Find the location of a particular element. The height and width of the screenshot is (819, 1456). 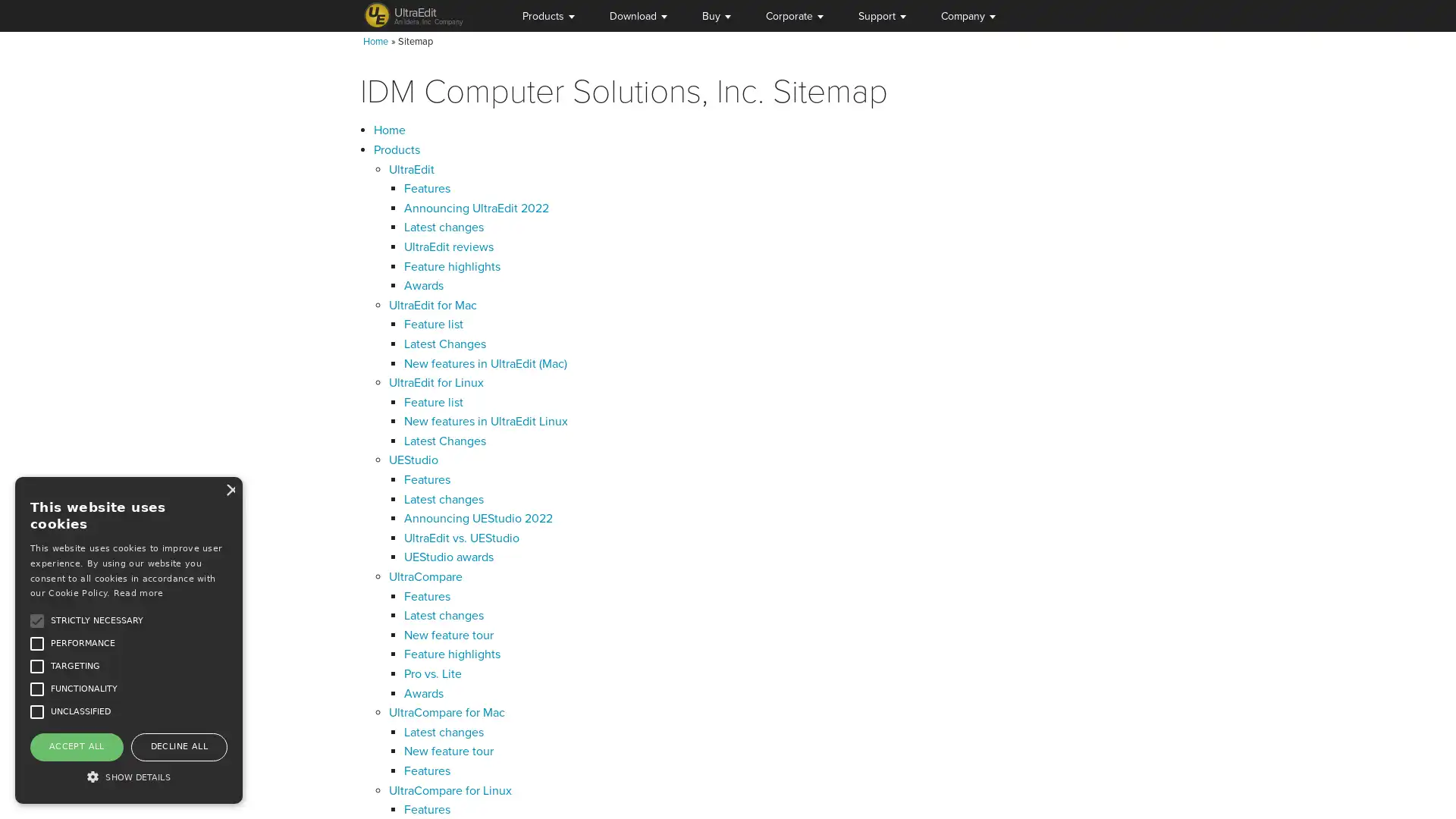

DECLINE ALL is located at coordinates (178, 745).